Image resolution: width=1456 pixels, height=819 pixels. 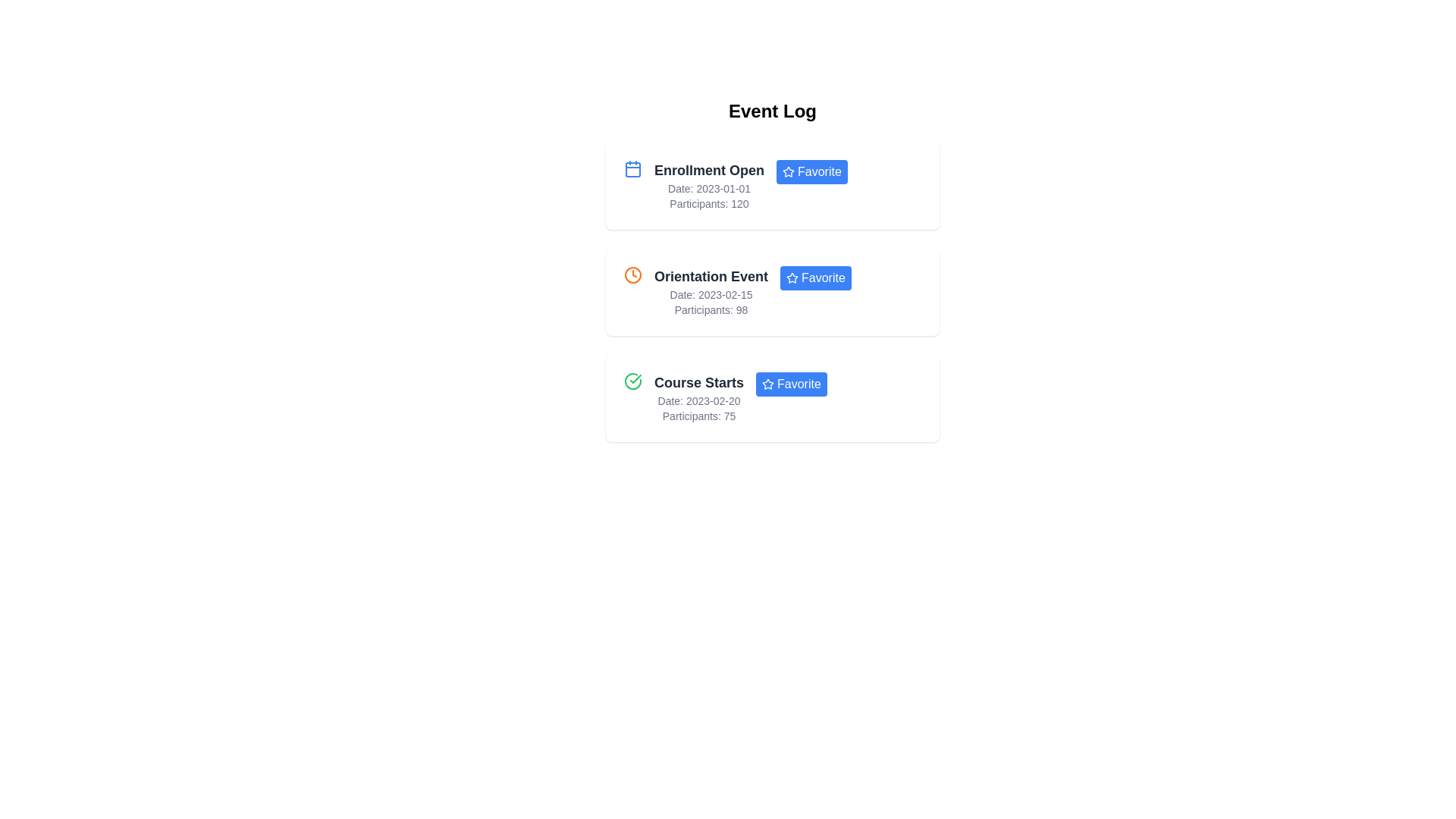 What do you see at coordinates (633, 169) in the screenshot?
I see `the icon located in the top-left corner of the 'Enrollment Open' card, which serves as an identification symbol for the event` at bounding box center [633, 169].